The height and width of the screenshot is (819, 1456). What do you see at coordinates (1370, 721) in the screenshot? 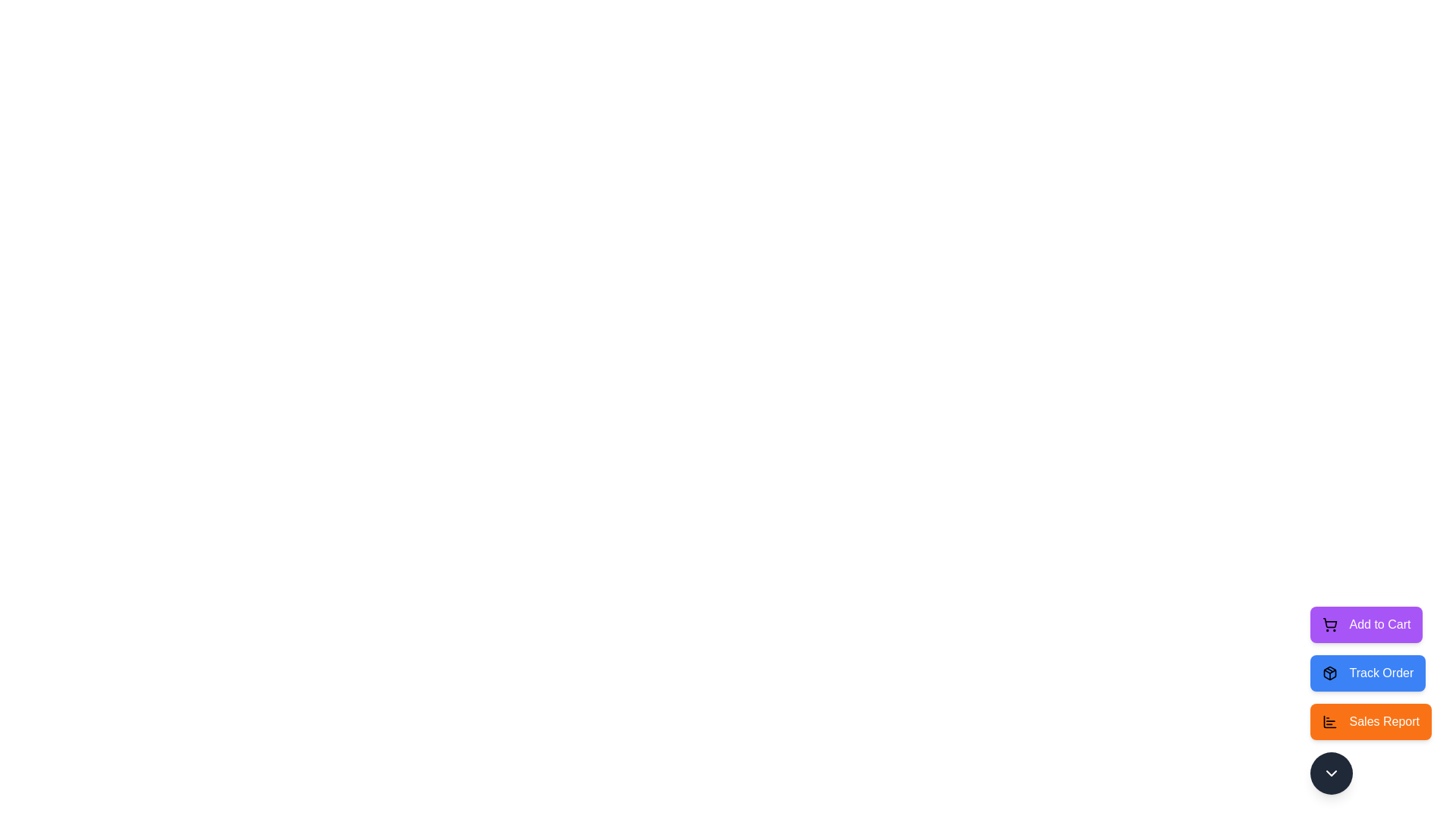
I see `the 'Sales Report' button` at bounding box center [1370, 721].